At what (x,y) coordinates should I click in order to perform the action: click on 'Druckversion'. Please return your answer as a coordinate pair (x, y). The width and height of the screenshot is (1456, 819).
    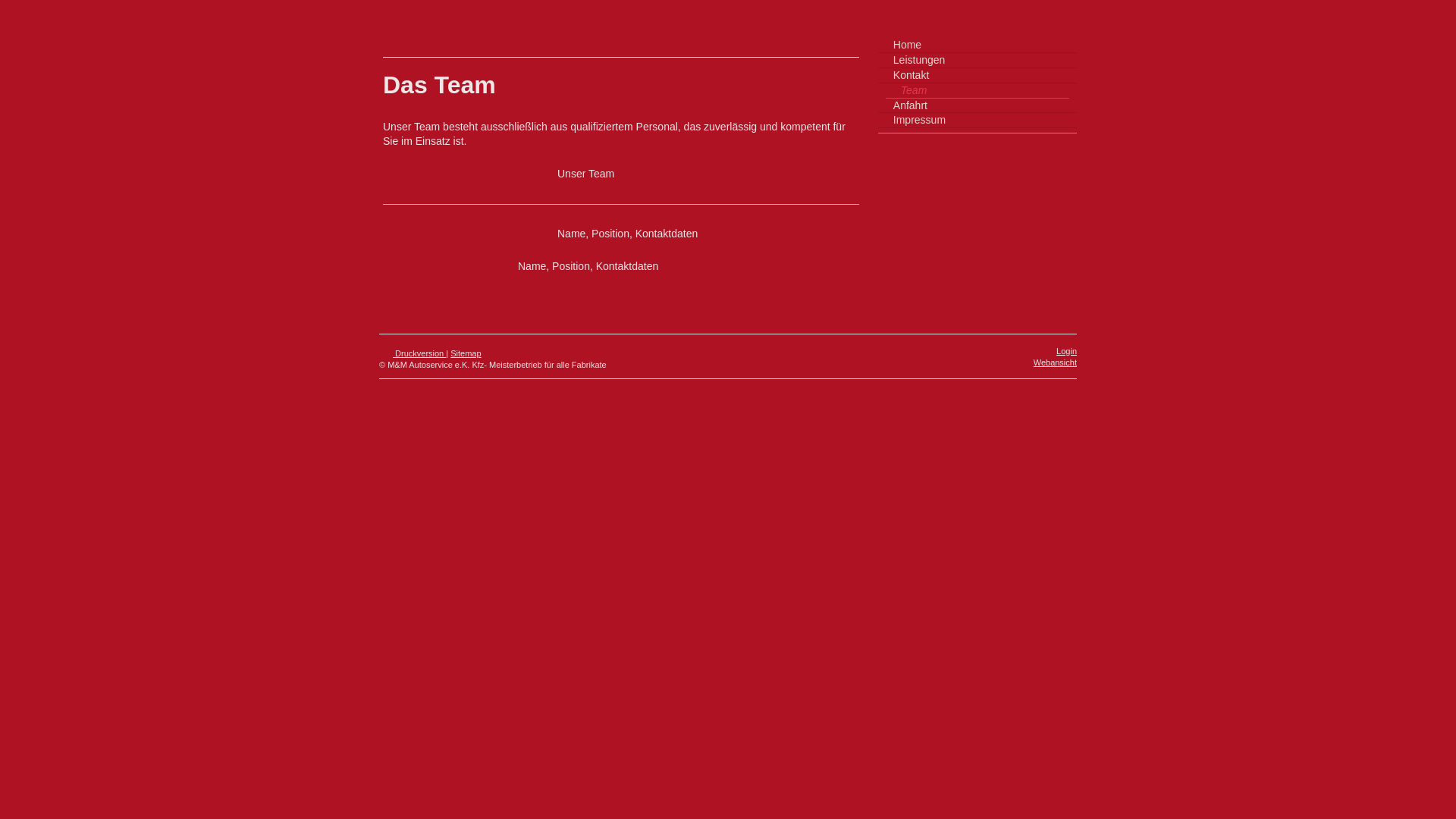
    Looking at the image, I should click on (412, 353).